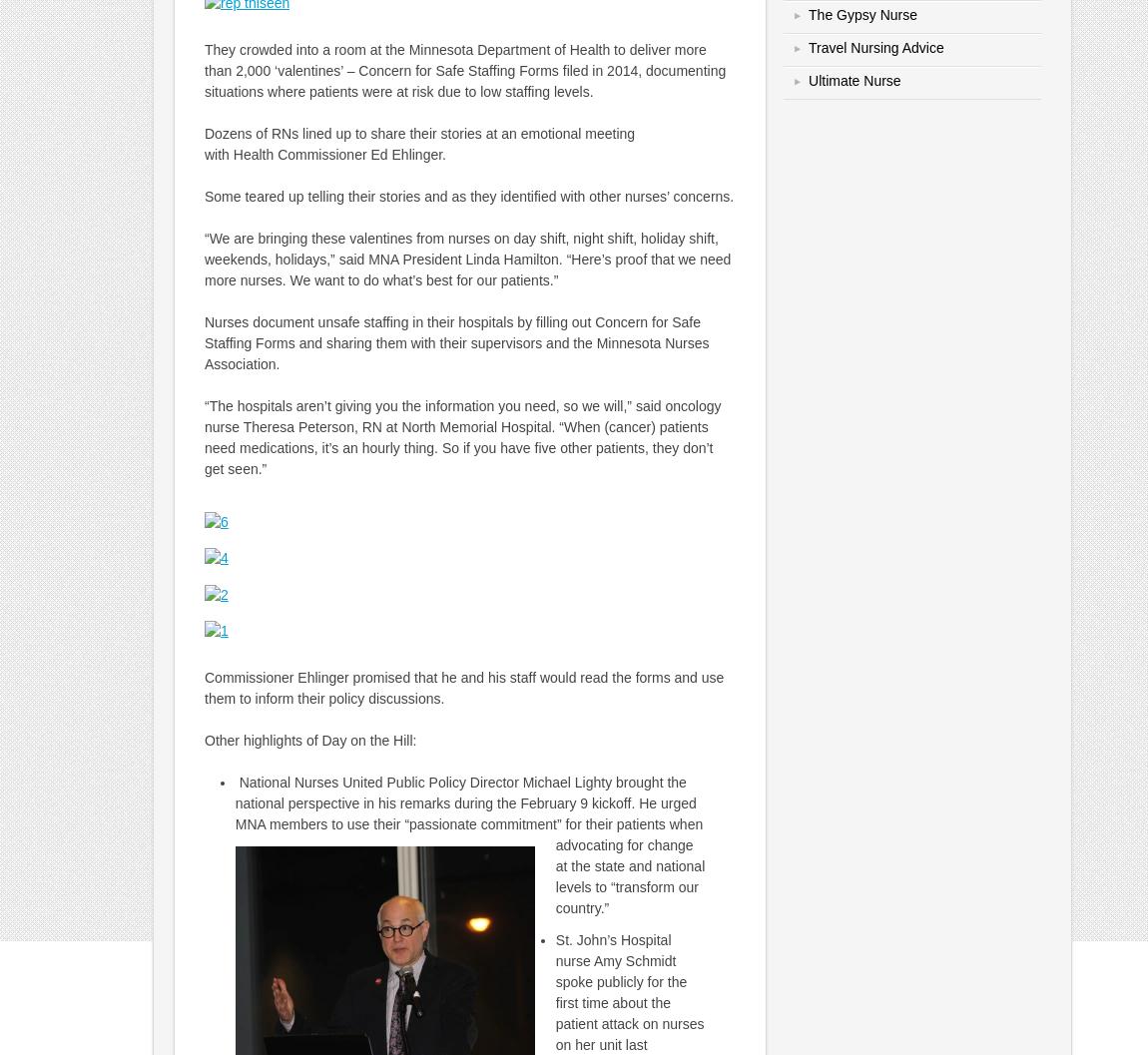  What do you see at coordinates (464, 803) in the screenshot?
I see `'National Nurses United Public Policy Director Michael Lighty brought the national perspective in his remarks during the February 9 kickoff. He urged MNA members to use their'` at bounding box center [464, 803].